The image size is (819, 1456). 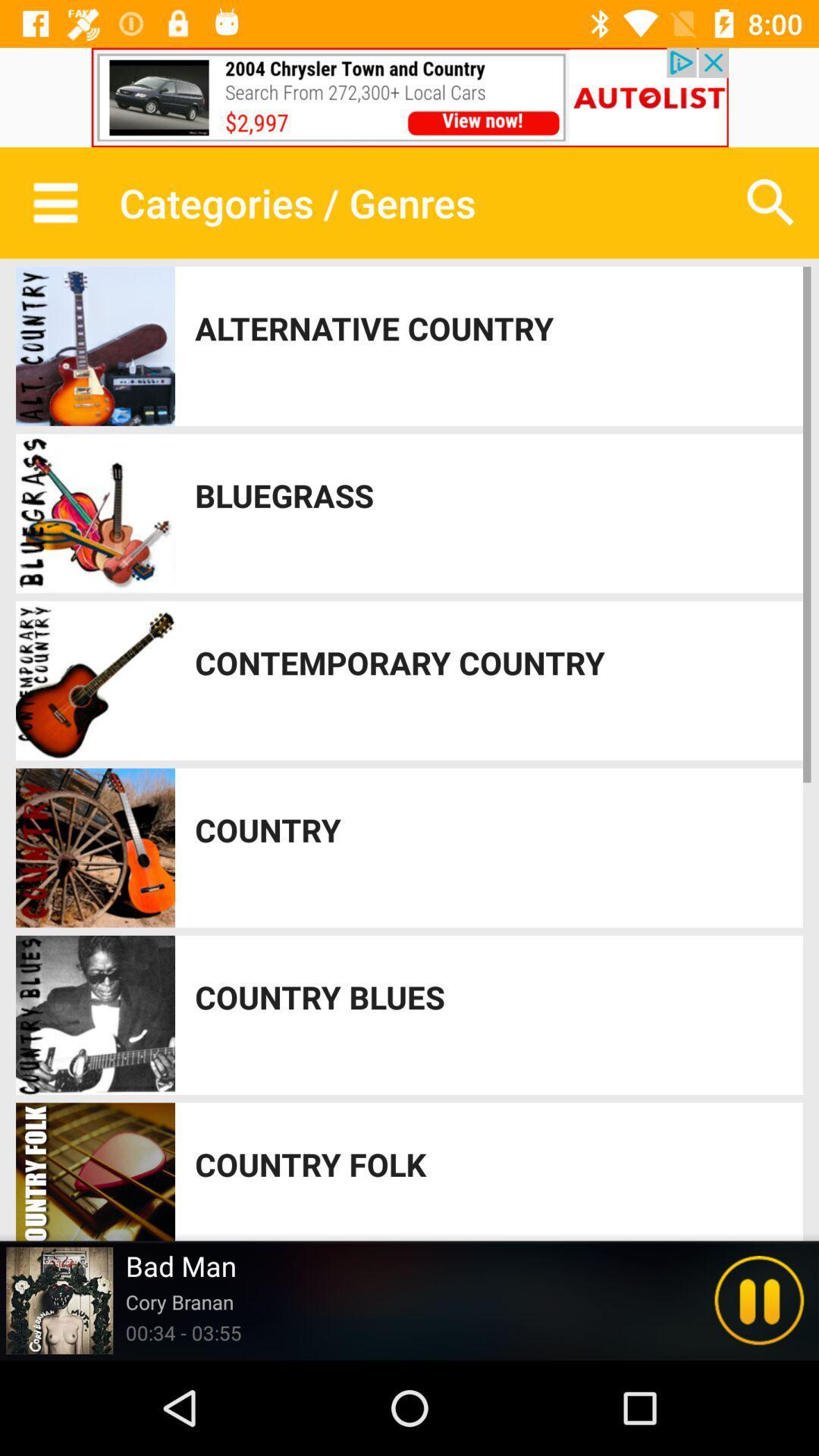 I want to click on click advertisement, so click(x=409, y=96).